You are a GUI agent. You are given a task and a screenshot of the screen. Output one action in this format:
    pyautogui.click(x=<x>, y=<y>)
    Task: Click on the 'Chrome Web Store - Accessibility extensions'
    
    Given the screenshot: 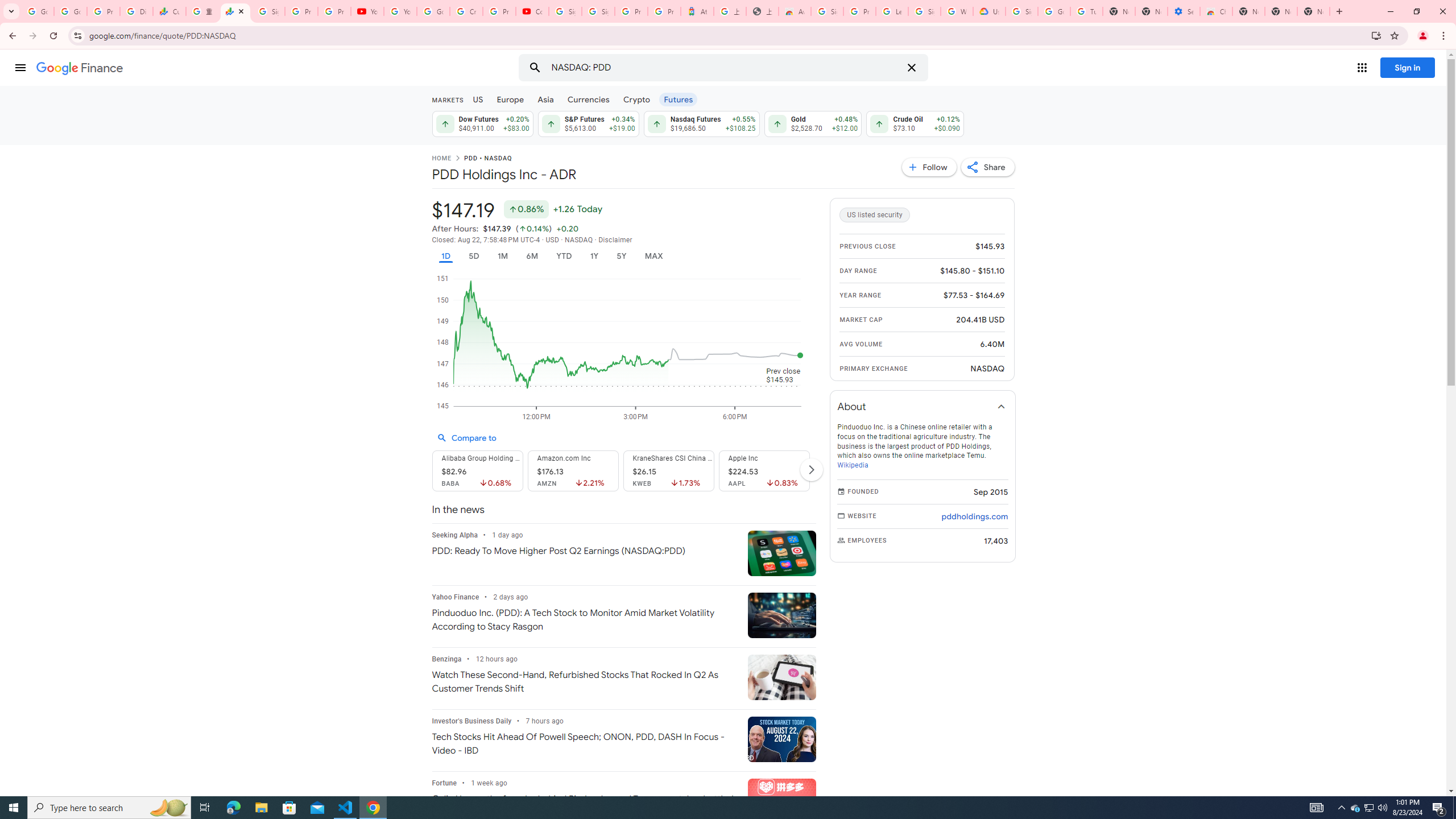 What is the action you would take?
    pyautogui.click(x=1215, y=11)
    